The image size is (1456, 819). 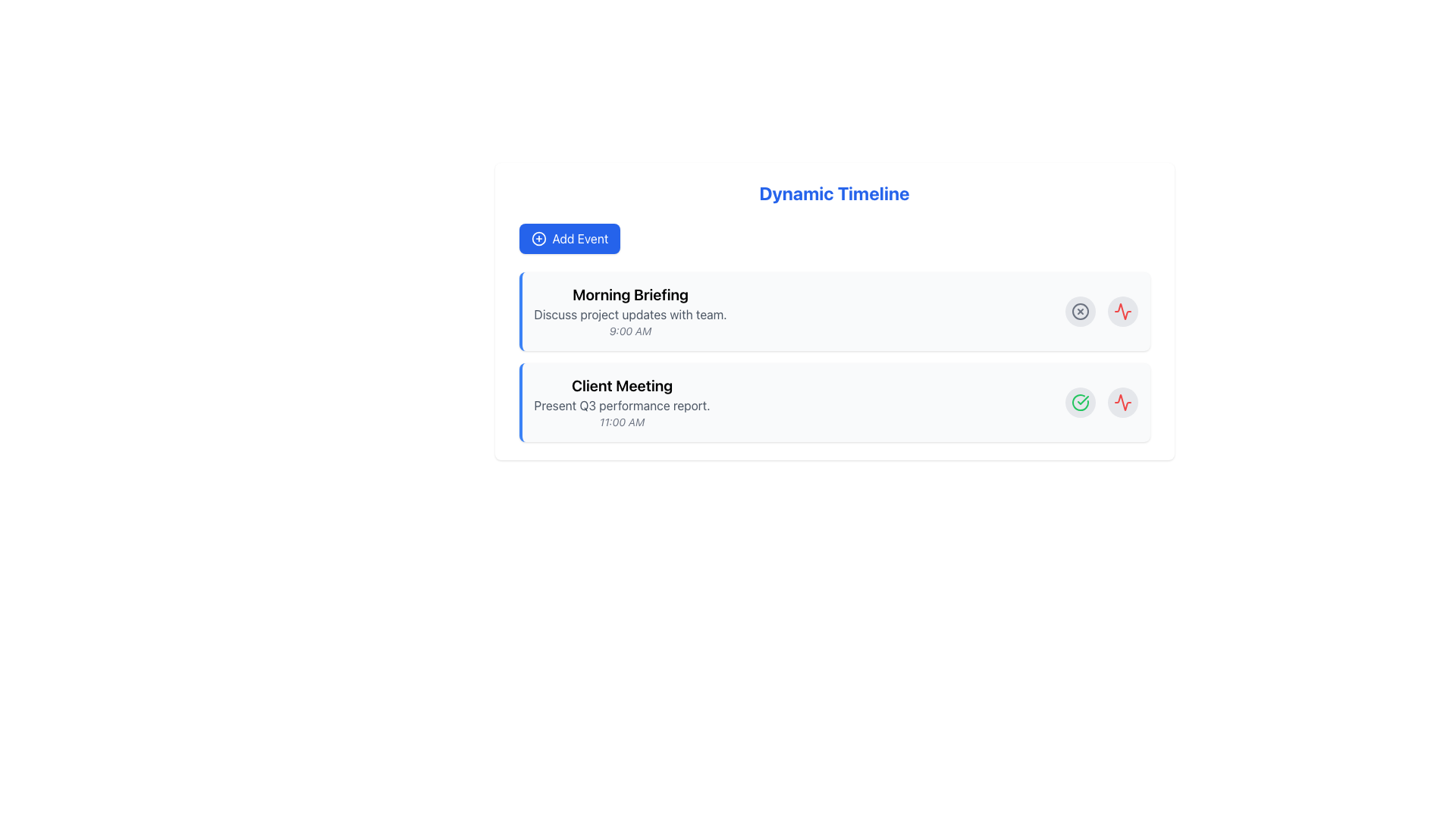 I want to click on the static text element stating 'Discuss project updates with team.' which is located below the title 'Morning Briefing' and above the time indicator '9:00 AM', so click(x=630, y=314).